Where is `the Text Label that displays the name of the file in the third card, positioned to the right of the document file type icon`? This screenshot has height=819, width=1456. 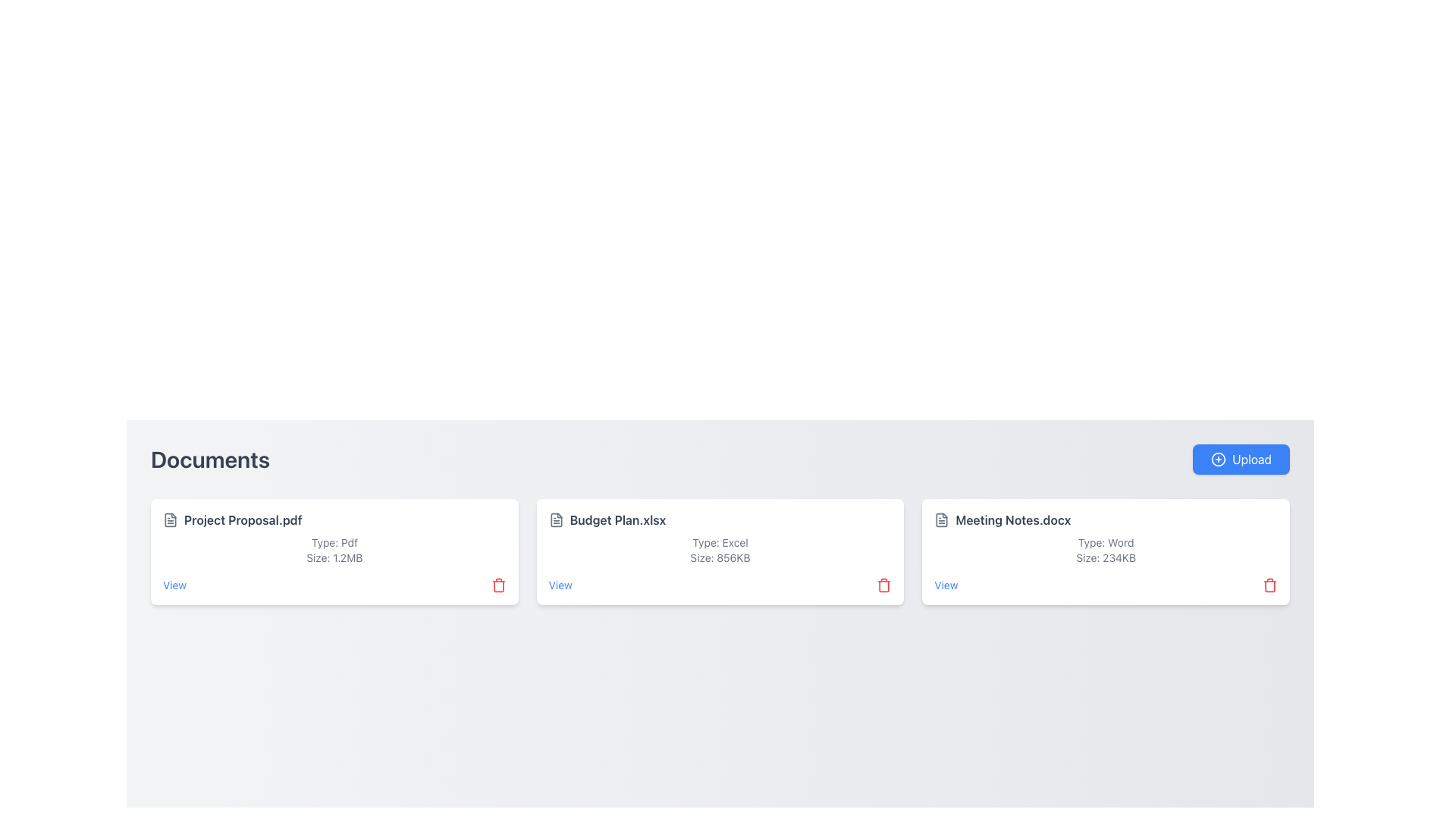 the Text Label that displays the name of the file in the third card, positioned to the right of the document file type icon is located at coordinates (1013, 519).